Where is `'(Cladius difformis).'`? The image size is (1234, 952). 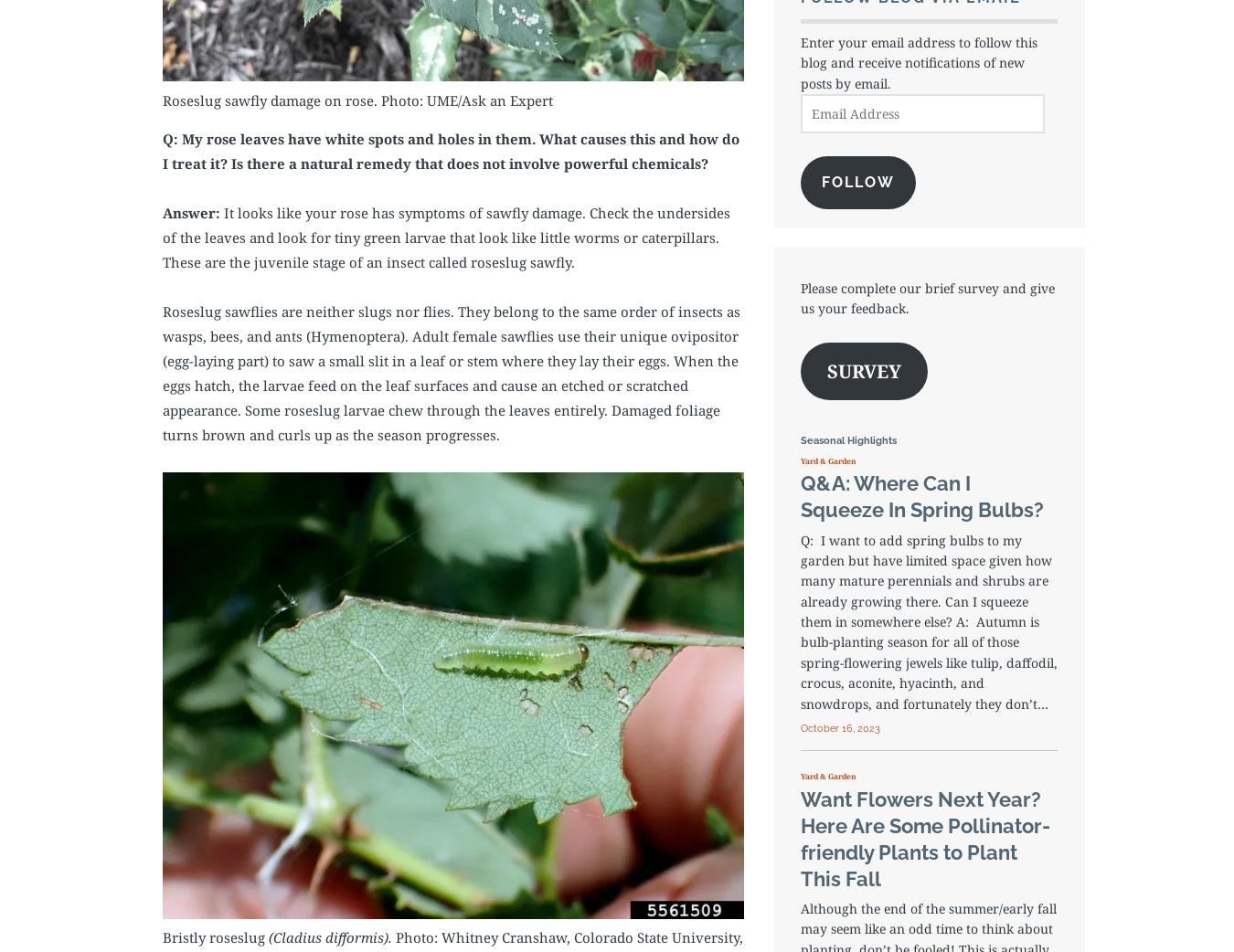 '(Cladius difformis).' is located at coordinates (330, 936).